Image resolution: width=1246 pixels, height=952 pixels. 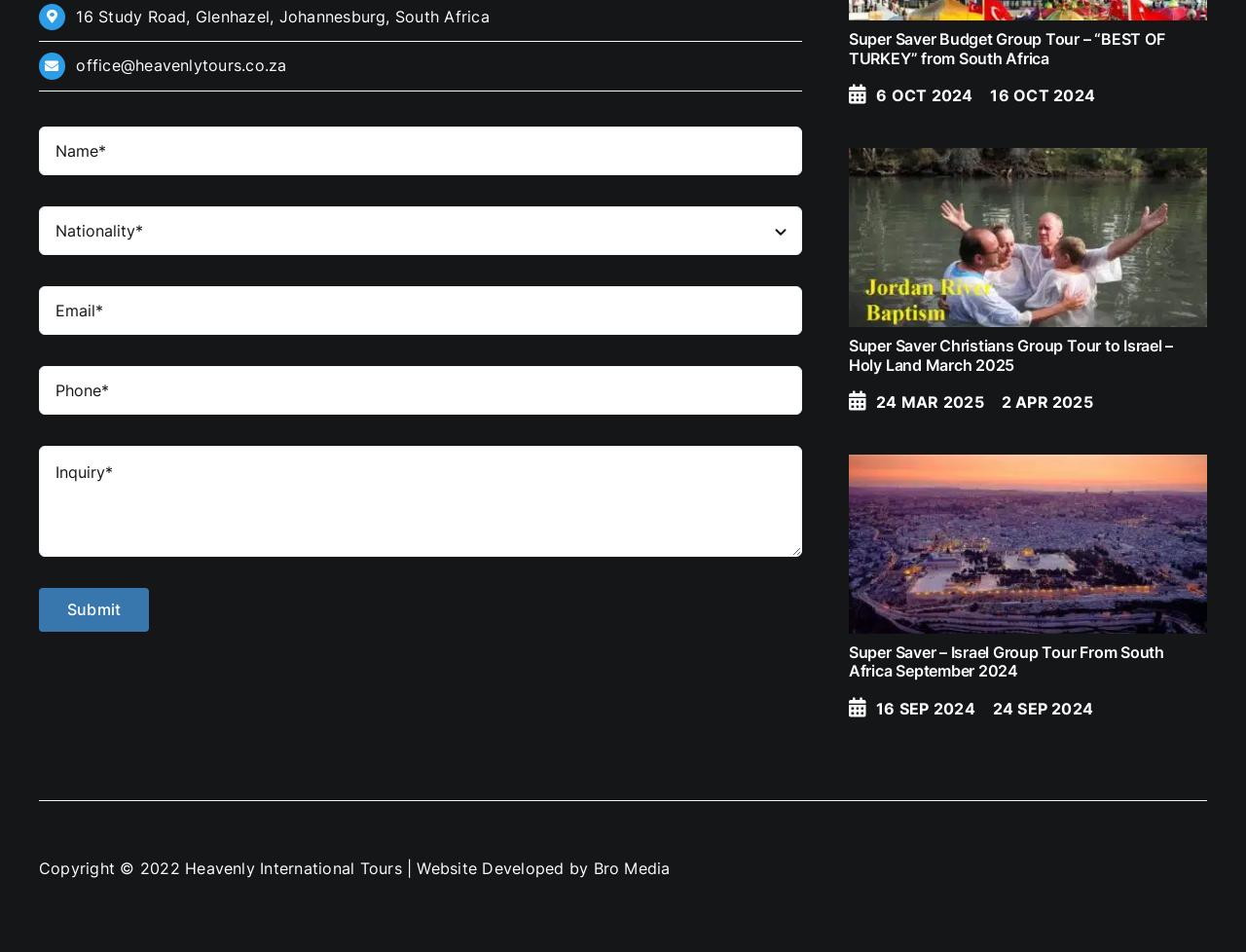 I want to click on '16 Sep 2024', so click(x=924, y=708).